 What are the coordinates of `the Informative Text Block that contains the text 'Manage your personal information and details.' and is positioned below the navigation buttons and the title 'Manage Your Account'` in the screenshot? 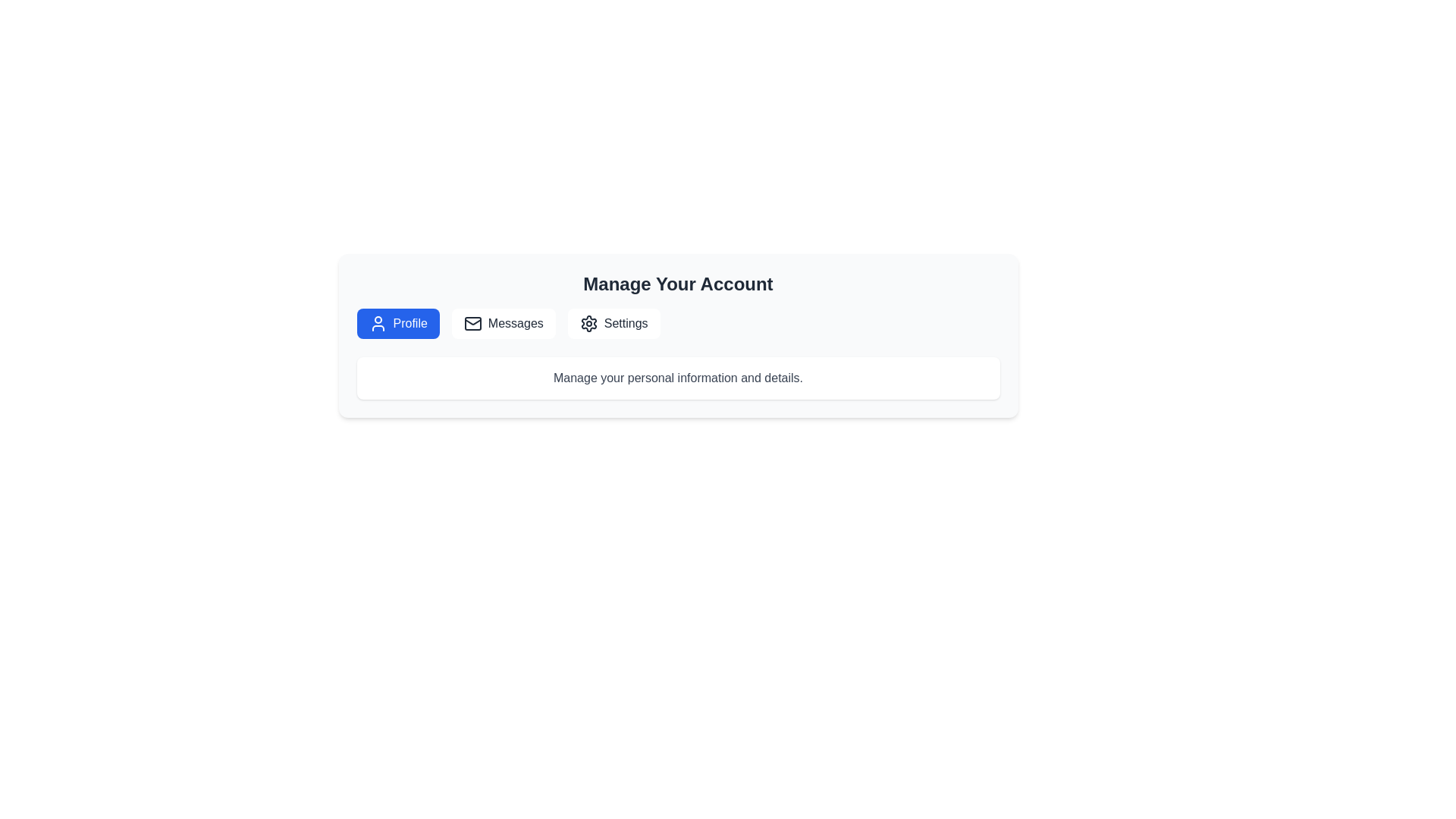 It's located at (677, 377).